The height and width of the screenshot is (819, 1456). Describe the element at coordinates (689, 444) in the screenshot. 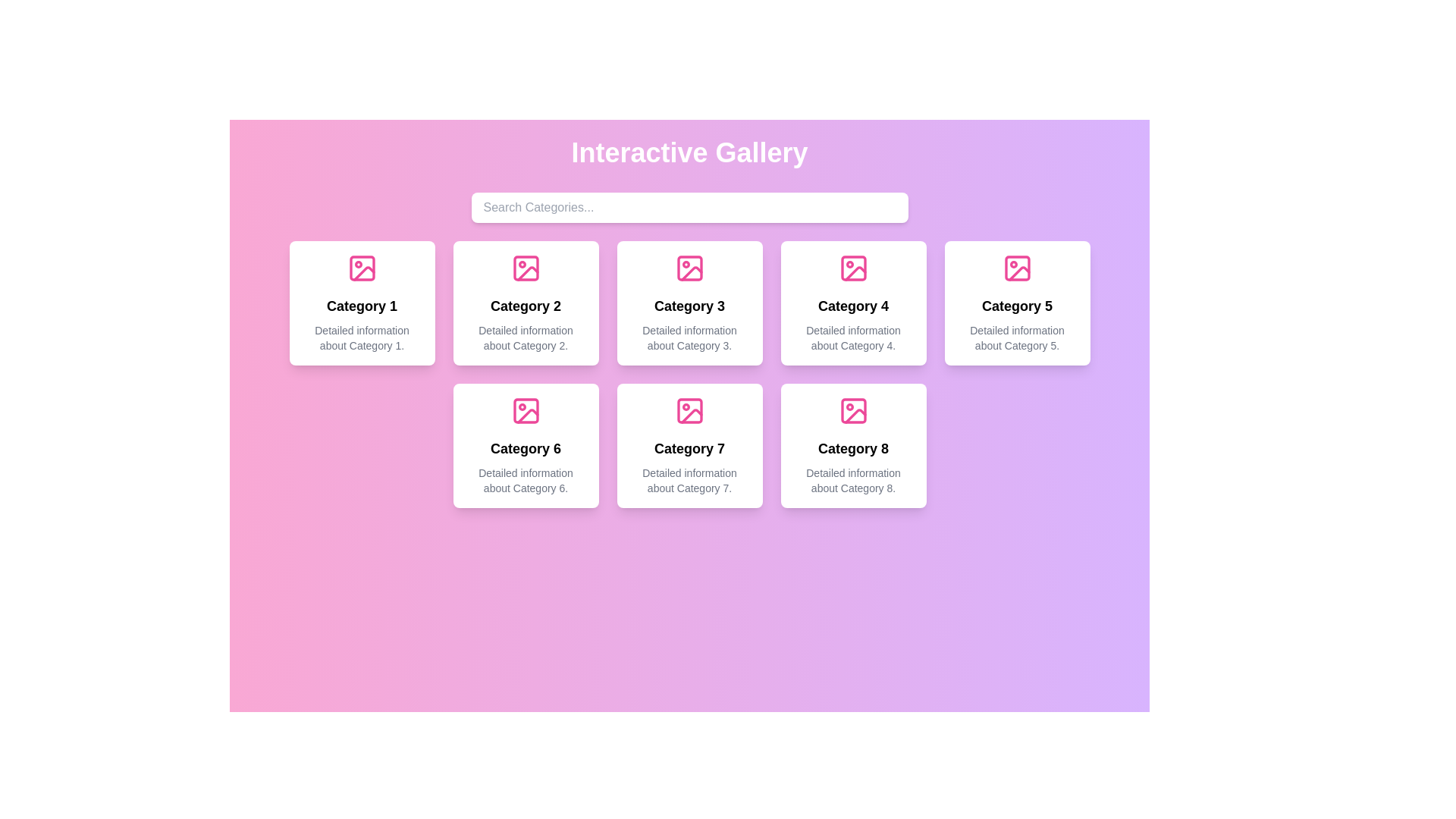

I see `the card element with a white background and rounded corners that contains the title 'Category 7' and is located in the second row, third column of the grid layout` at that location.